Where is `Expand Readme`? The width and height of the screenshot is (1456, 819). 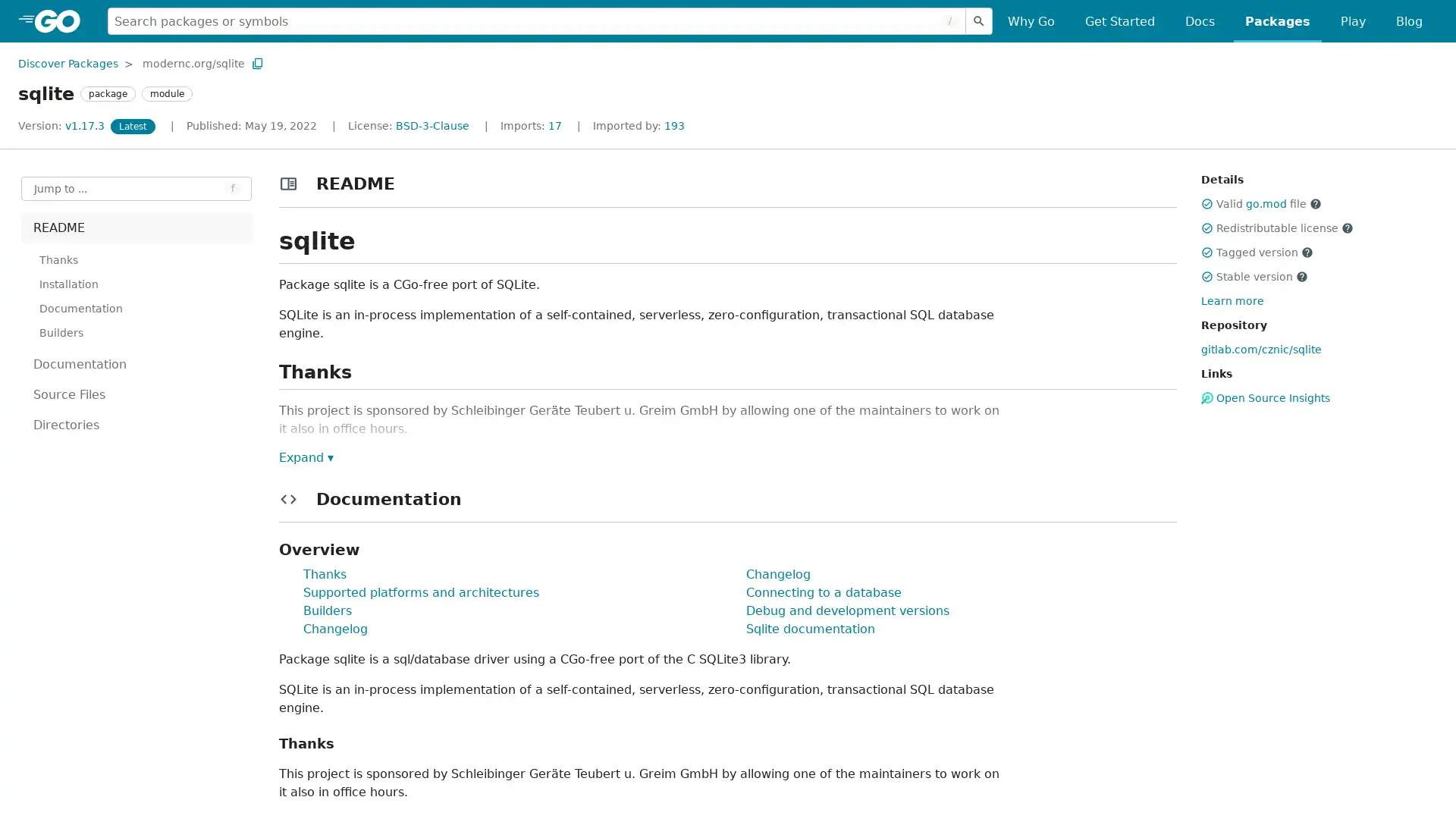
Expand Readme is located at coordinates (305, 456).